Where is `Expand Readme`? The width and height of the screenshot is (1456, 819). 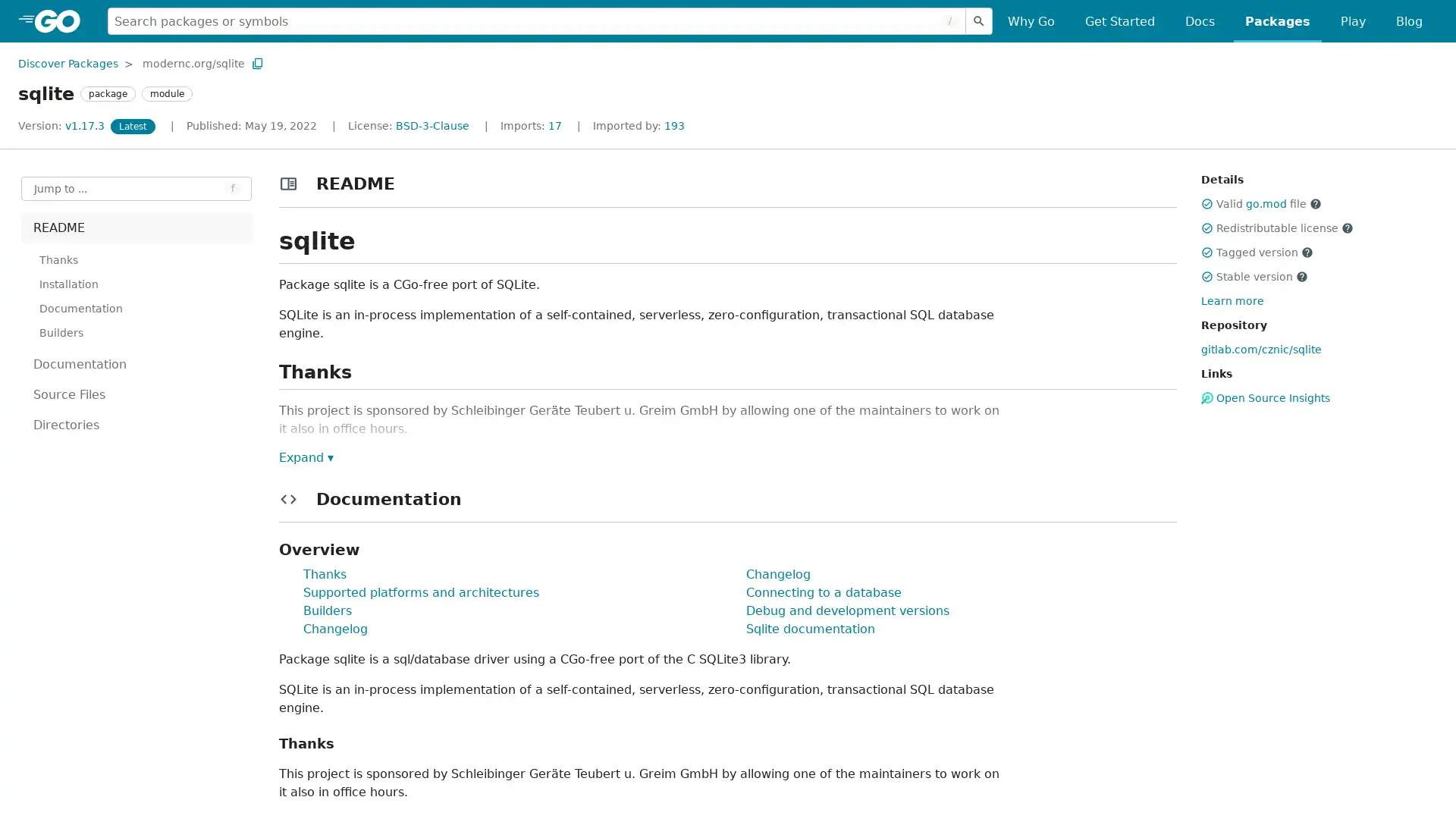
Expand Readme is located at coordinates (305, 456).